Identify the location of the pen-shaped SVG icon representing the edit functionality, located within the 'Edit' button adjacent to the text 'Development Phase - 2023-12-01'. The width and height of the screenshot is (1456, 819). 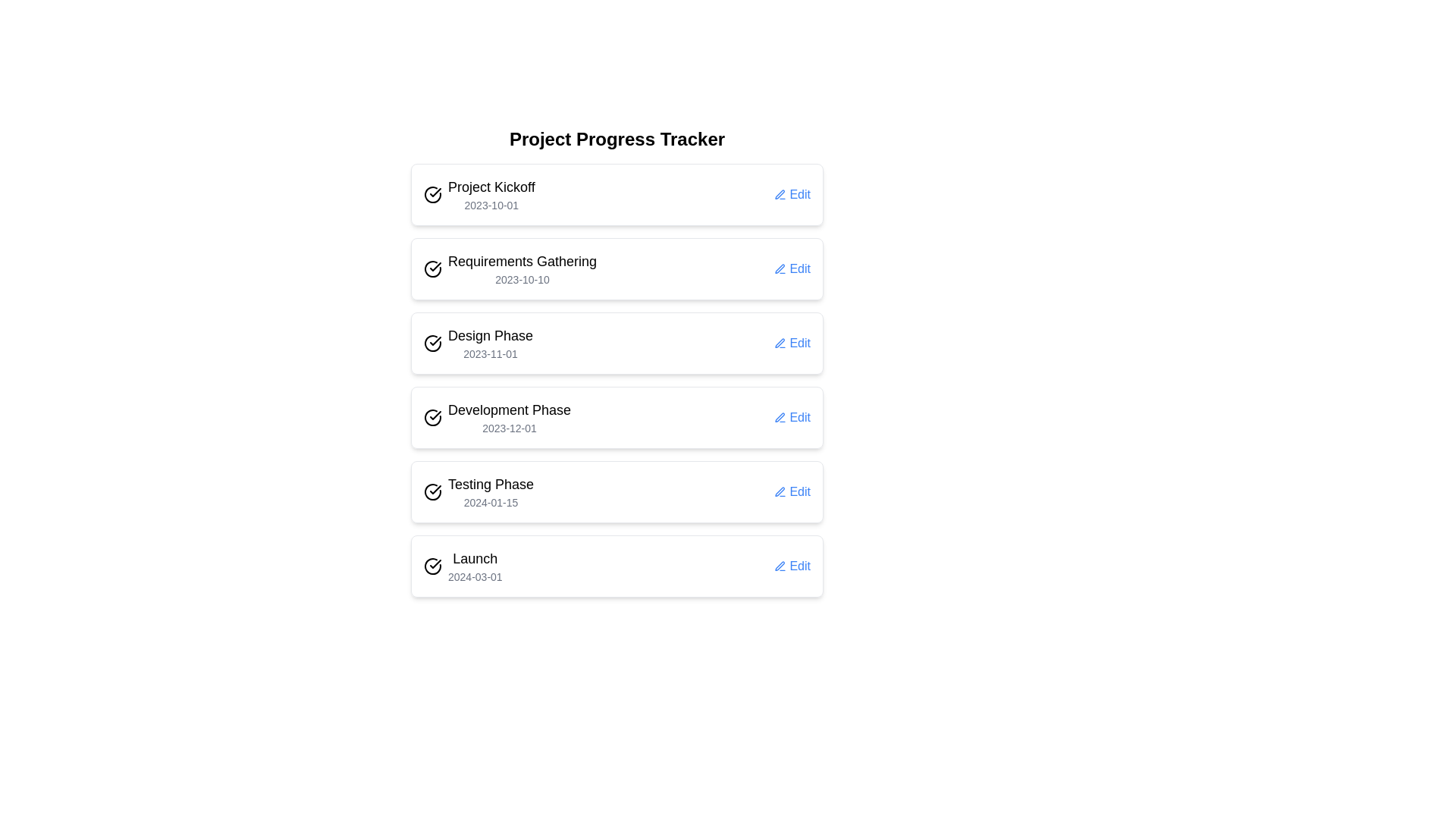
(780, 418).